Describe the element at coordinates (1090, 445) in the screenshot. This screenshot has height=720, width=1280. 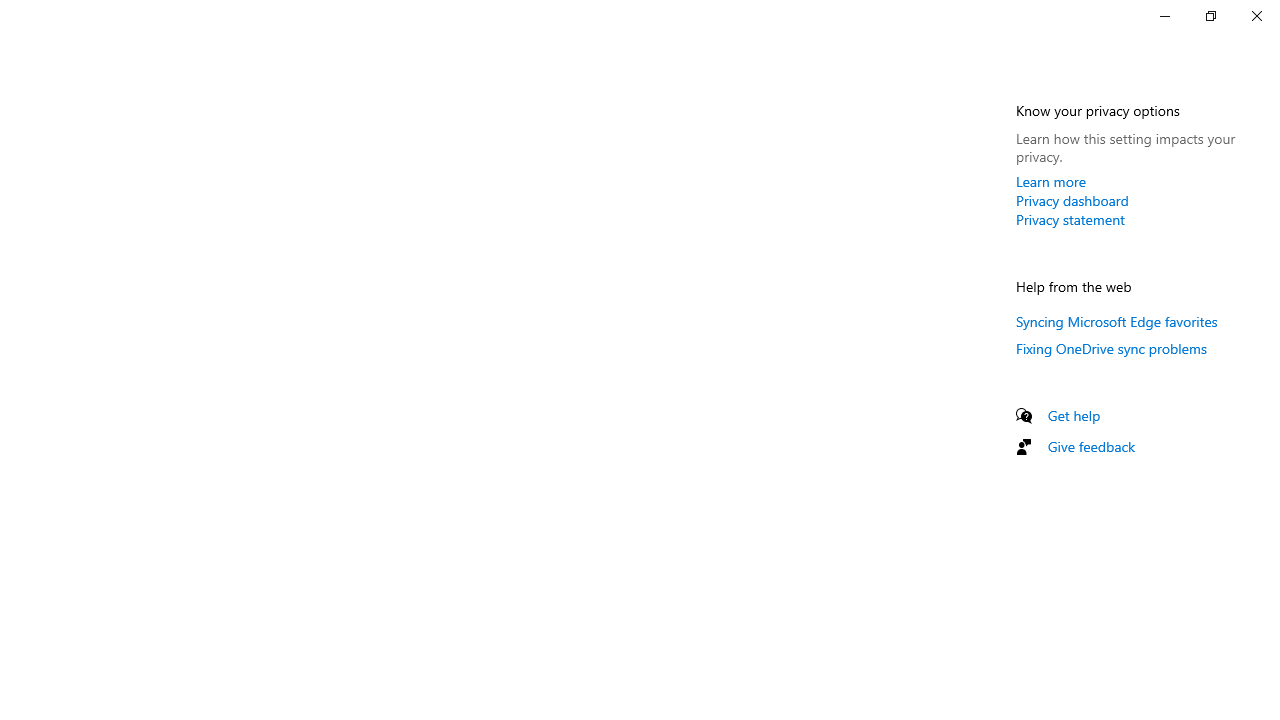
I see `'Give feedback'` at that location.